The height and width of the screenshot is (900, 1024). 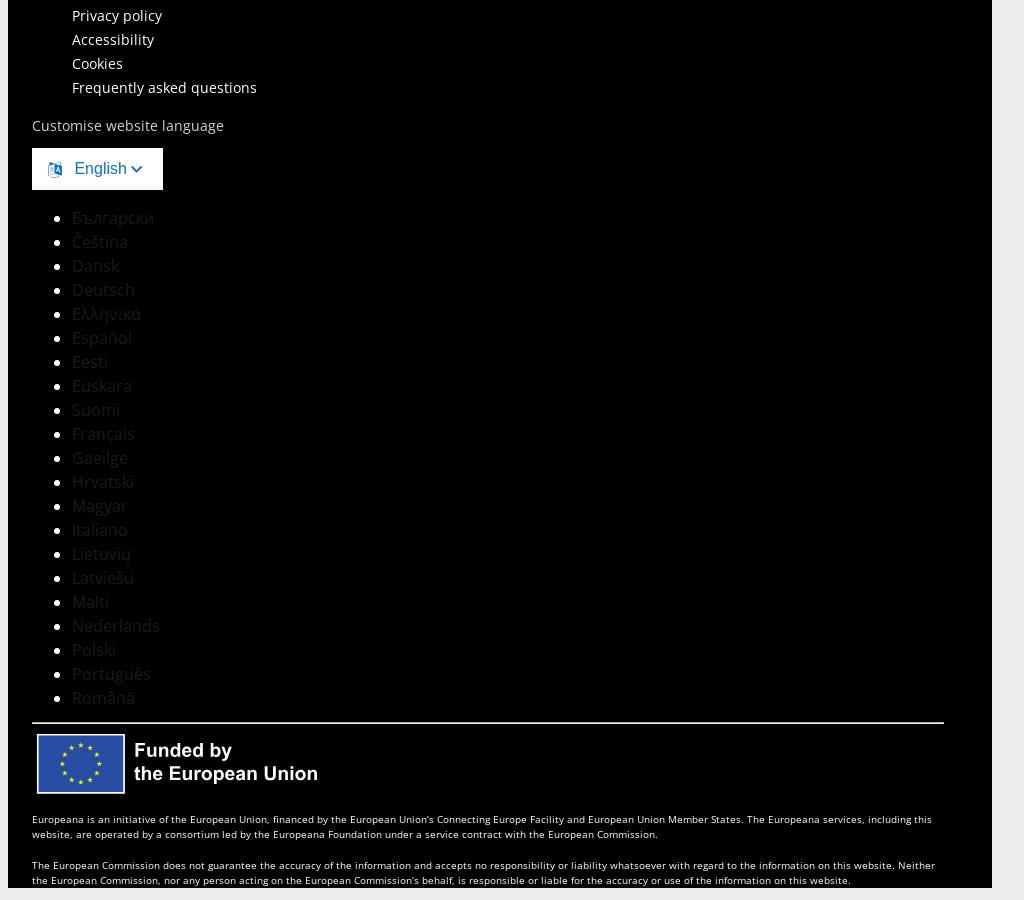 What do you see at coordinates (90, 601) in the screenshot?
I see `'Malti'` at bounding box center [90, 601].